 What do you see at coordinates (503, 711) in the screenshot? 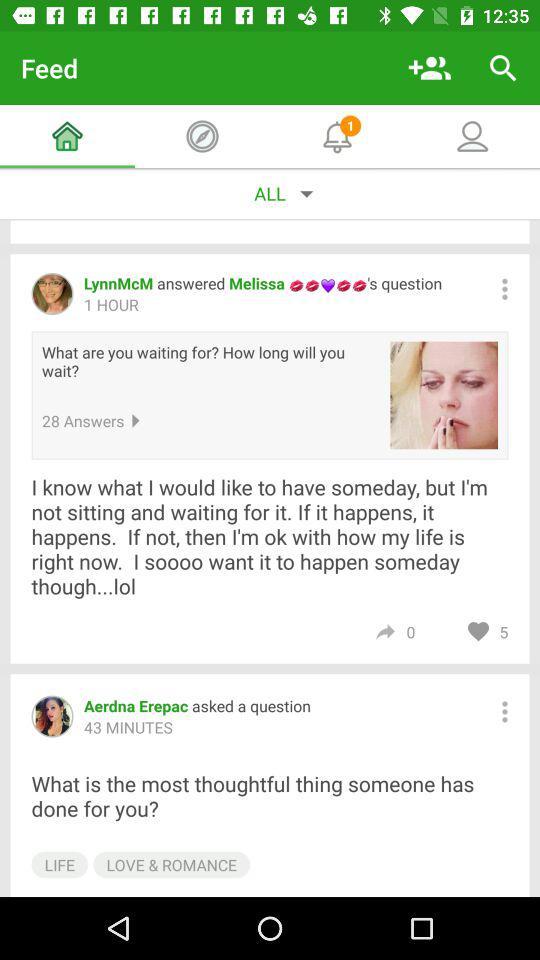
I see `further options` at bounding box center [503, 711].